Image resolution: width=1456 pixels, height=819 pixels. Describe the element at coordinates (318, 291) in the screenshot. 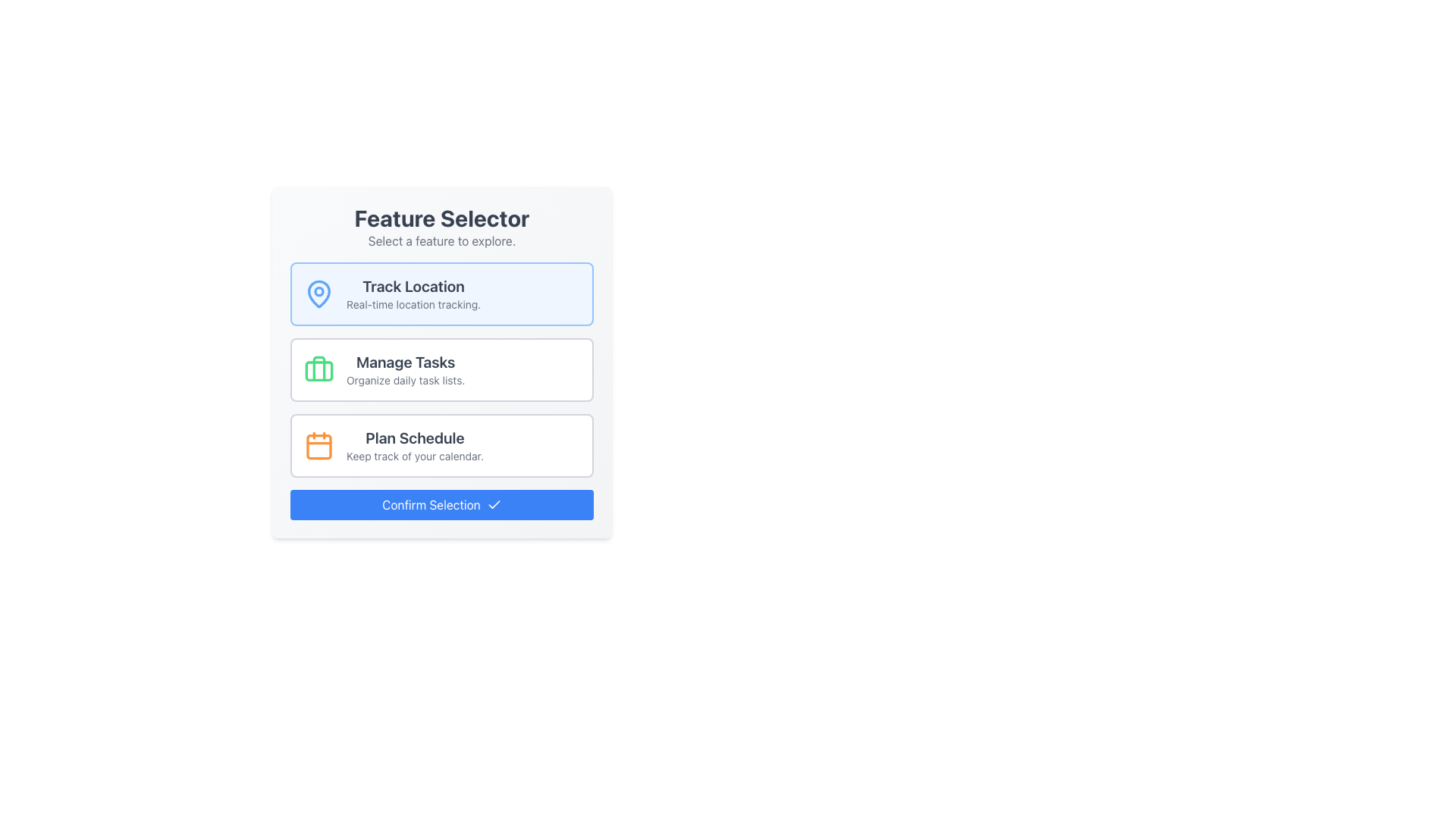

I see `the circular graphical icon component that is part of the larger map pin icon within the 'Track Location' option card` at that location.